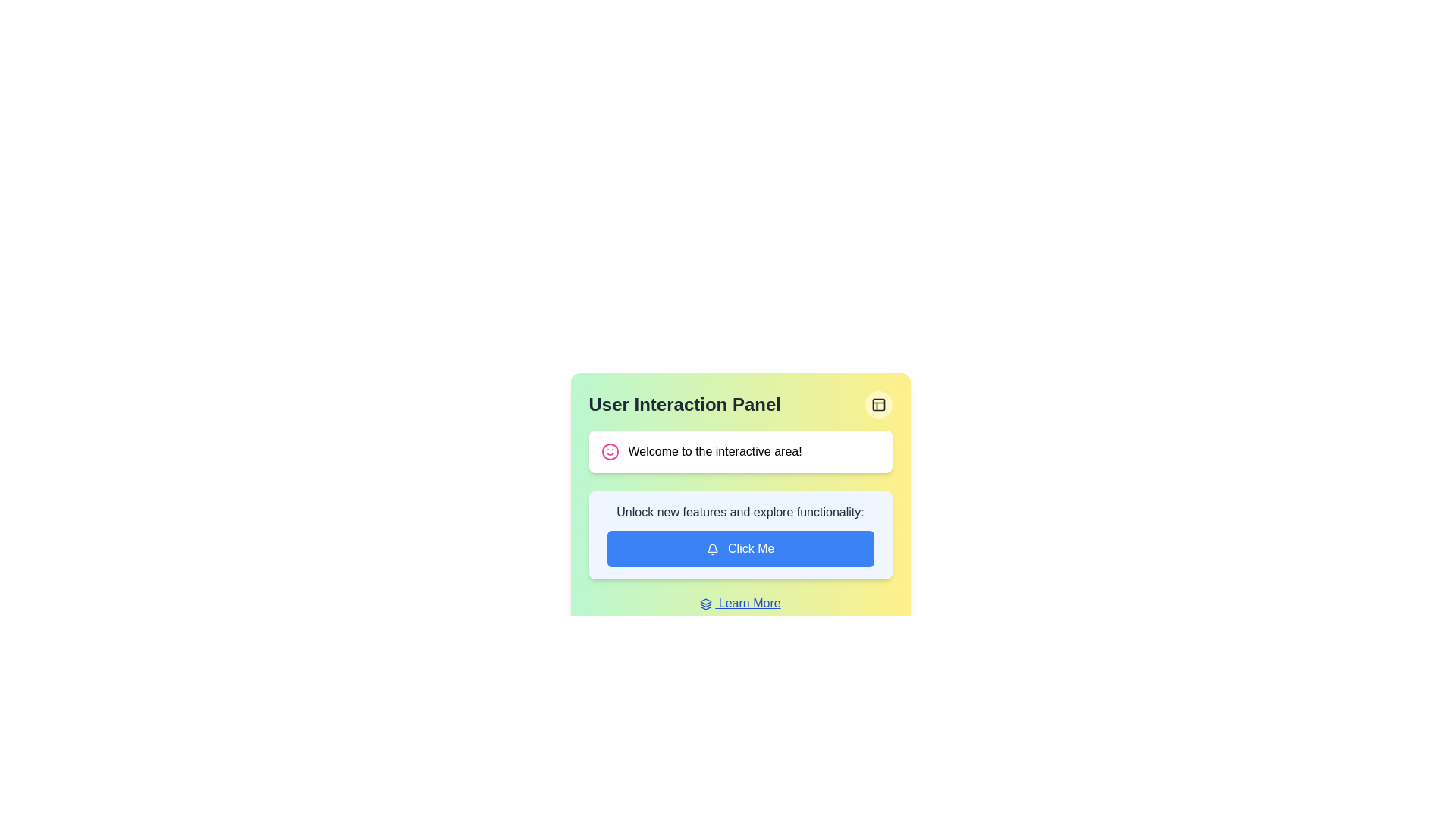  I want to click on the small circular button with a yellow background and a gray grid icon located in the top-right corner of the 'User Interaction Panel' section, so click(878, 403).